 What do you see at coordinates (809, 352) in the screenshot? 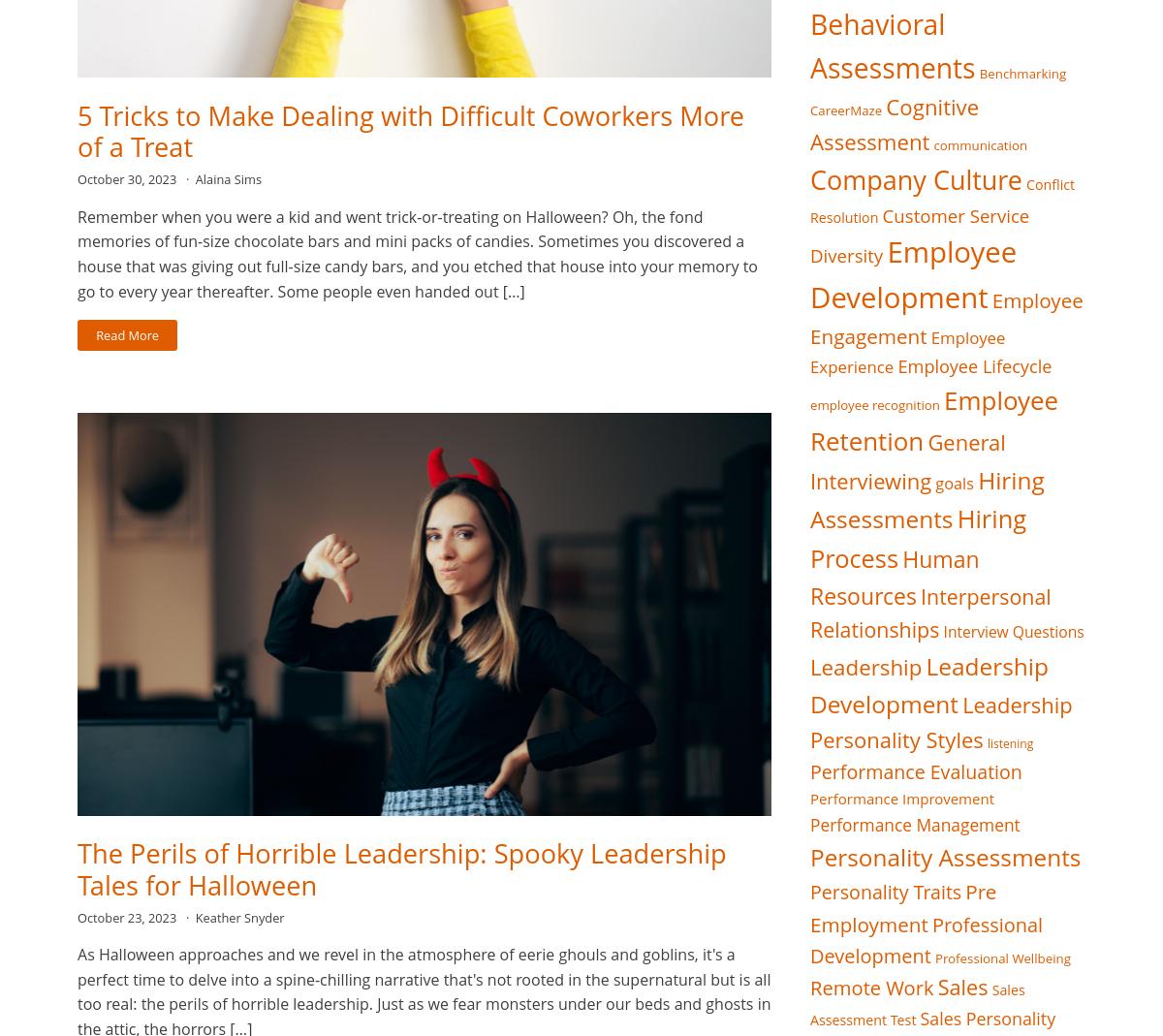
I see `'Employee Experience'` at bounding box center [809, 352].